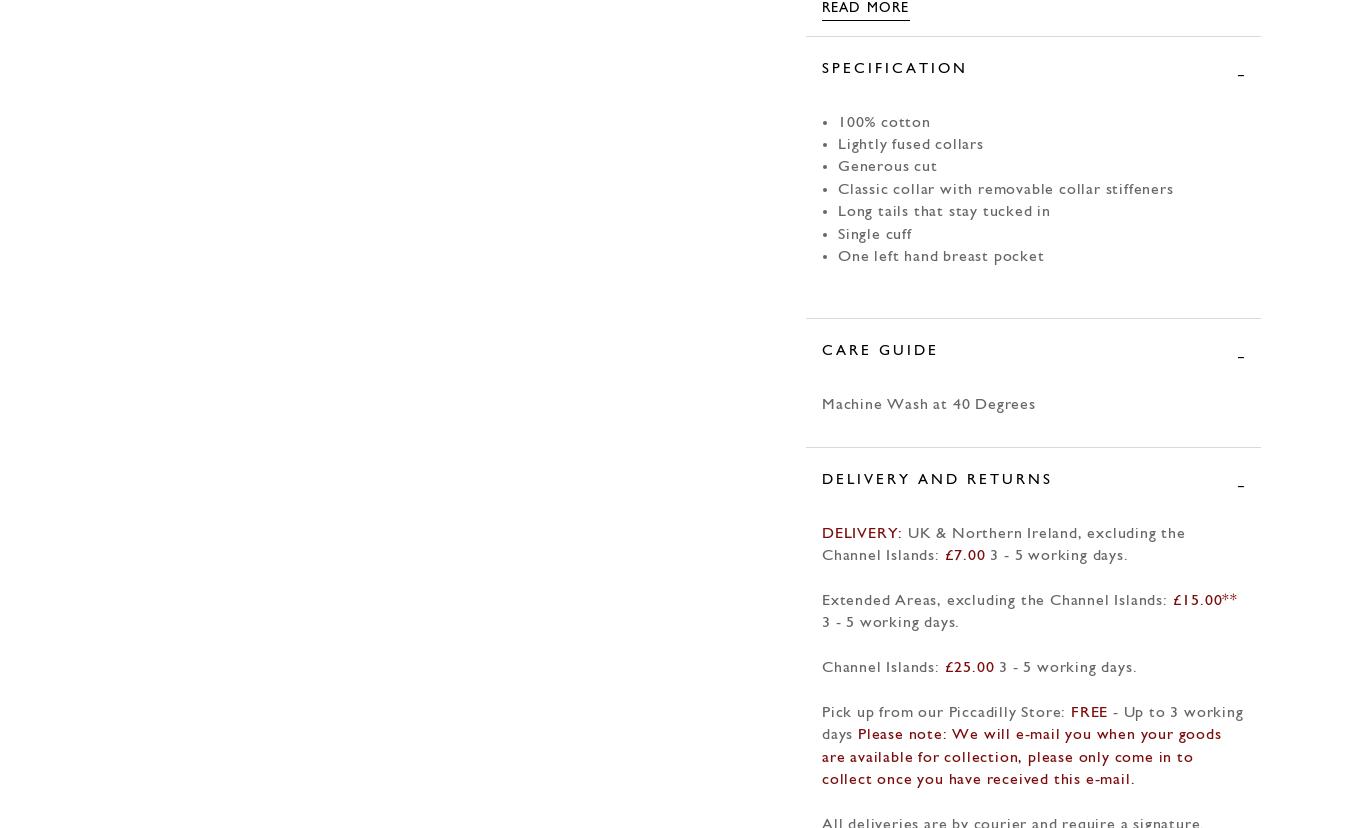  What do you see at coordinates (909, 144) in the screenshot?
I see `'Lightly fused collars'` at bounding box center [909, 144].